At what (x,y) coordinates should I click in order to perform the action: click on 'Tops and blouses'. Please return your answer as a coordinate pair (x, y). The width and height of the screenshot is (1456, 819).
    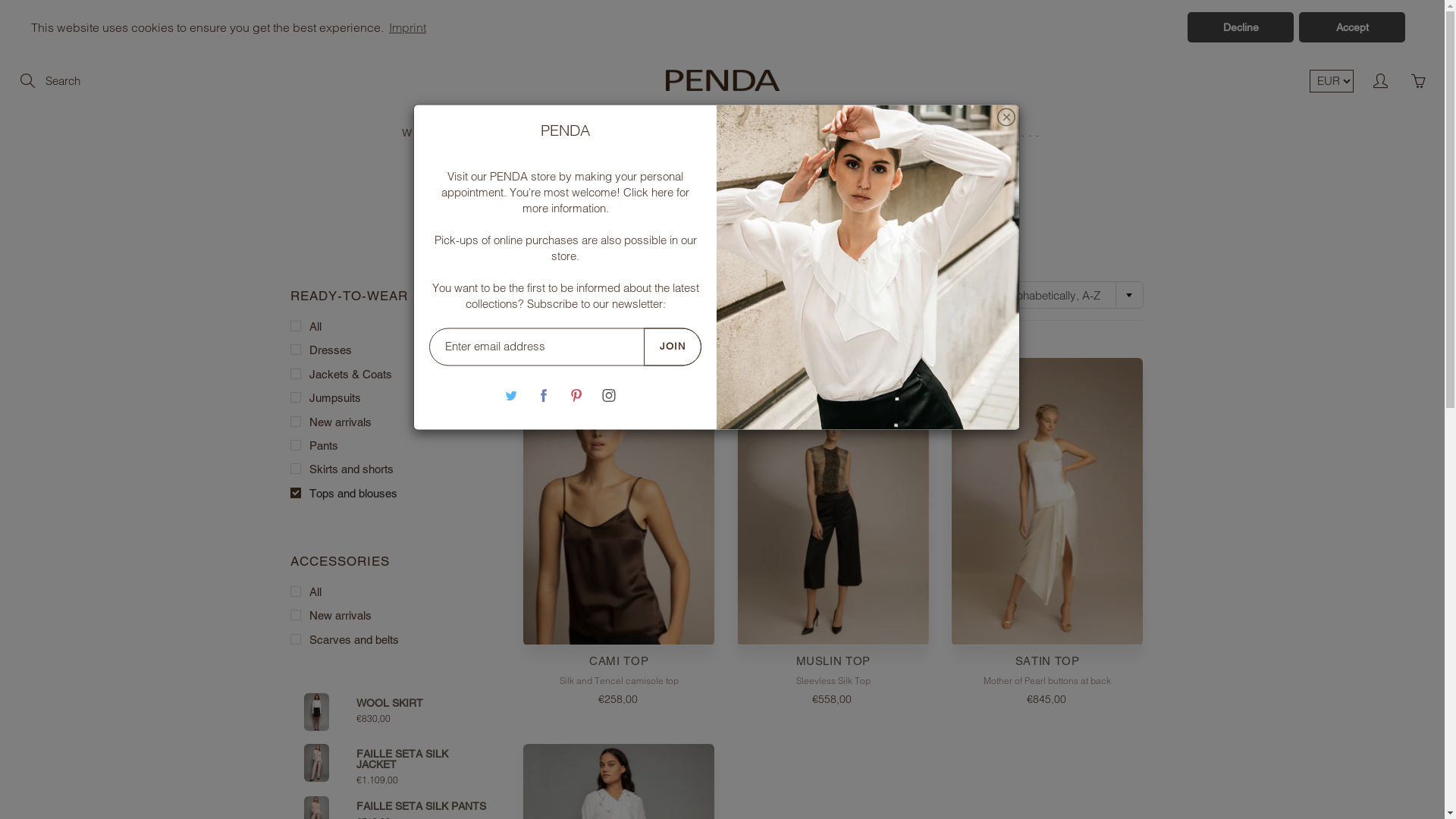
    Looking at the image, I should click on (389, 493).